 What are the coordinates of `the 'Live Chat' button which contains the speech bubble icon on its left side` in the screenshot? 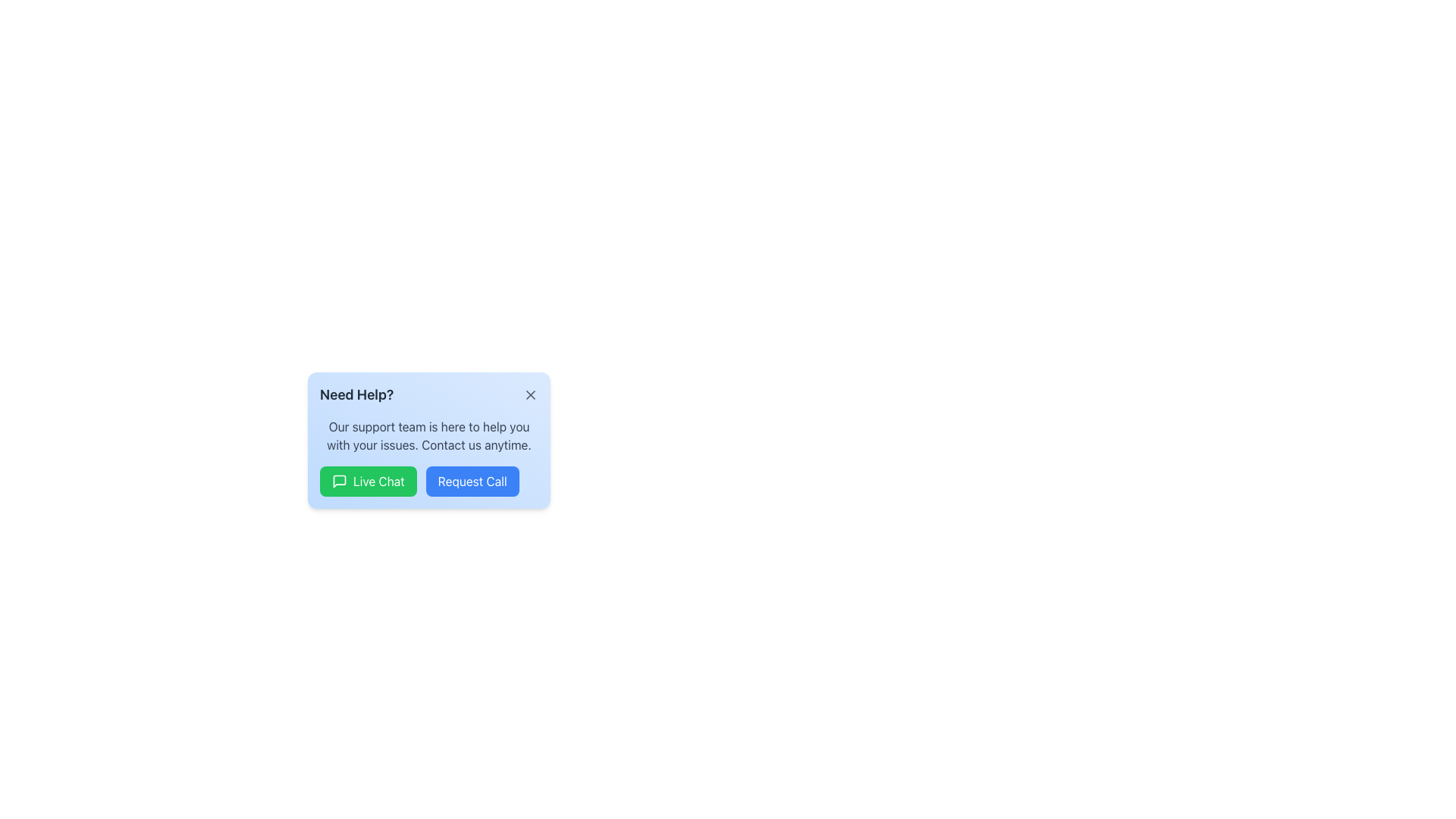 It's located at (338, 482).